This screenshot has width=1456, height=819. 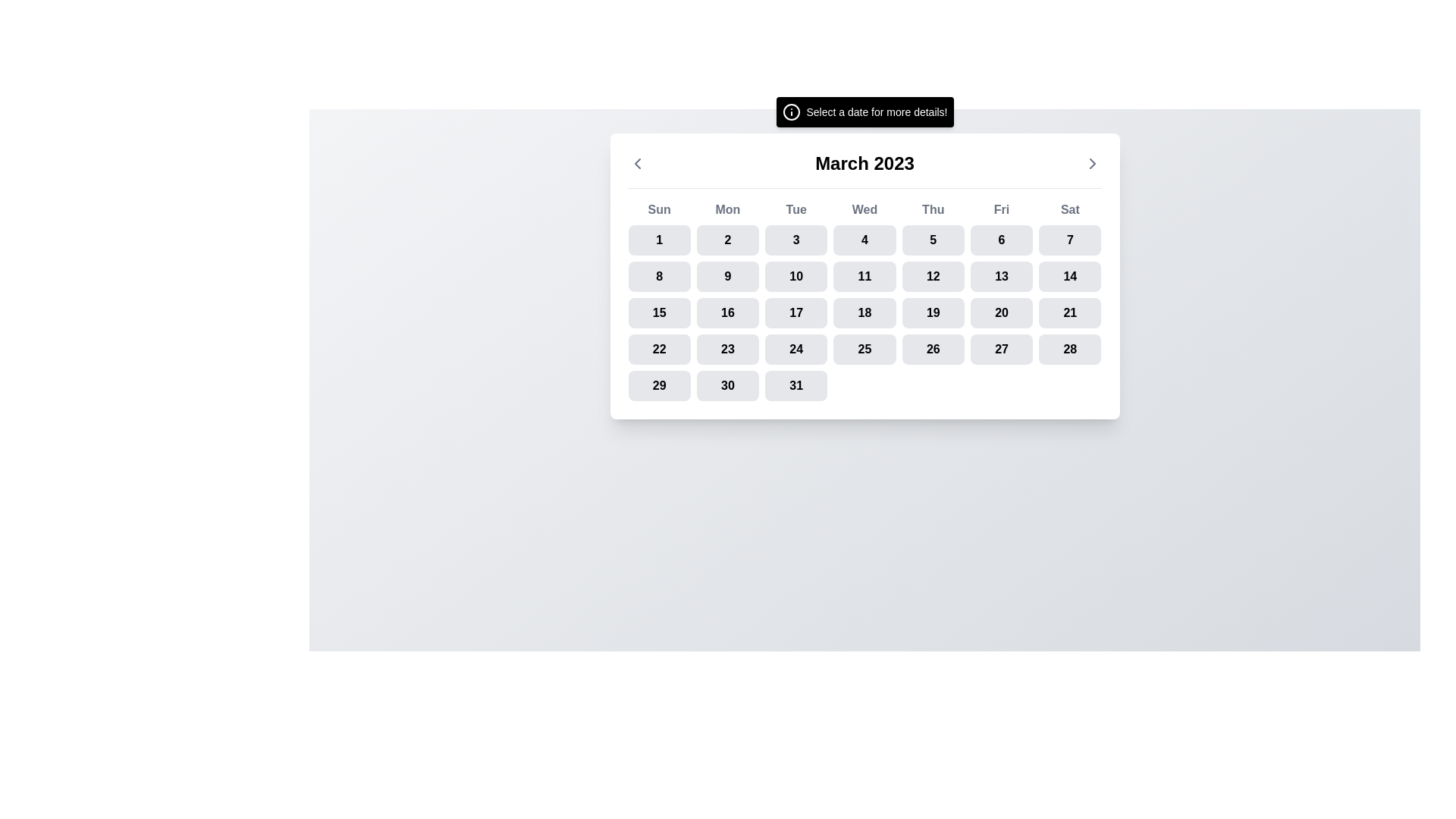 I want to click on the button-like calendar date cell representing the 26th day of the month, so click(x=932, y=350).